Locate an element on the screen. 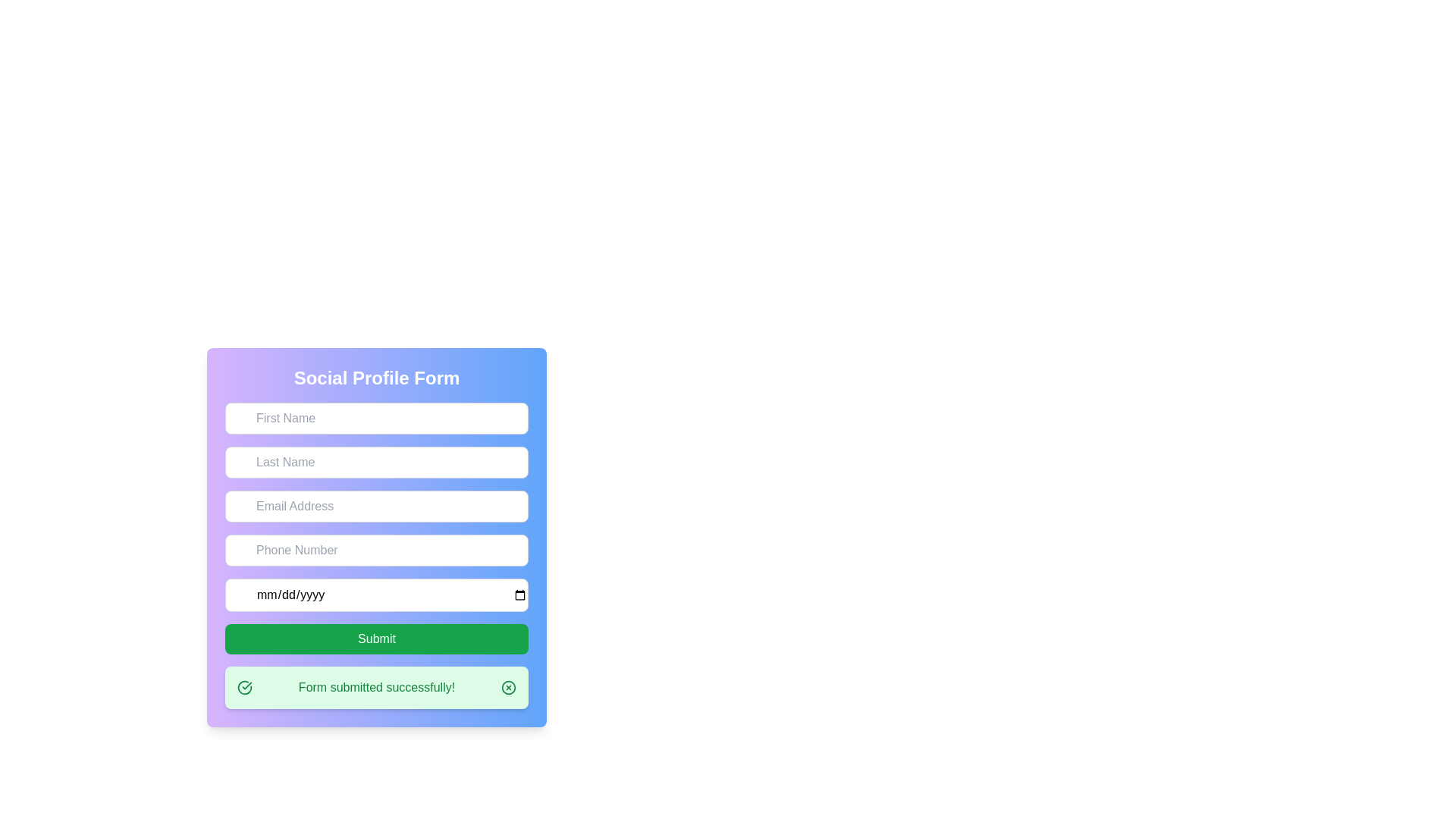 The image size is (1456, 819). the circular icon button with a green border and a green cross is located at coordinates (509, 687).